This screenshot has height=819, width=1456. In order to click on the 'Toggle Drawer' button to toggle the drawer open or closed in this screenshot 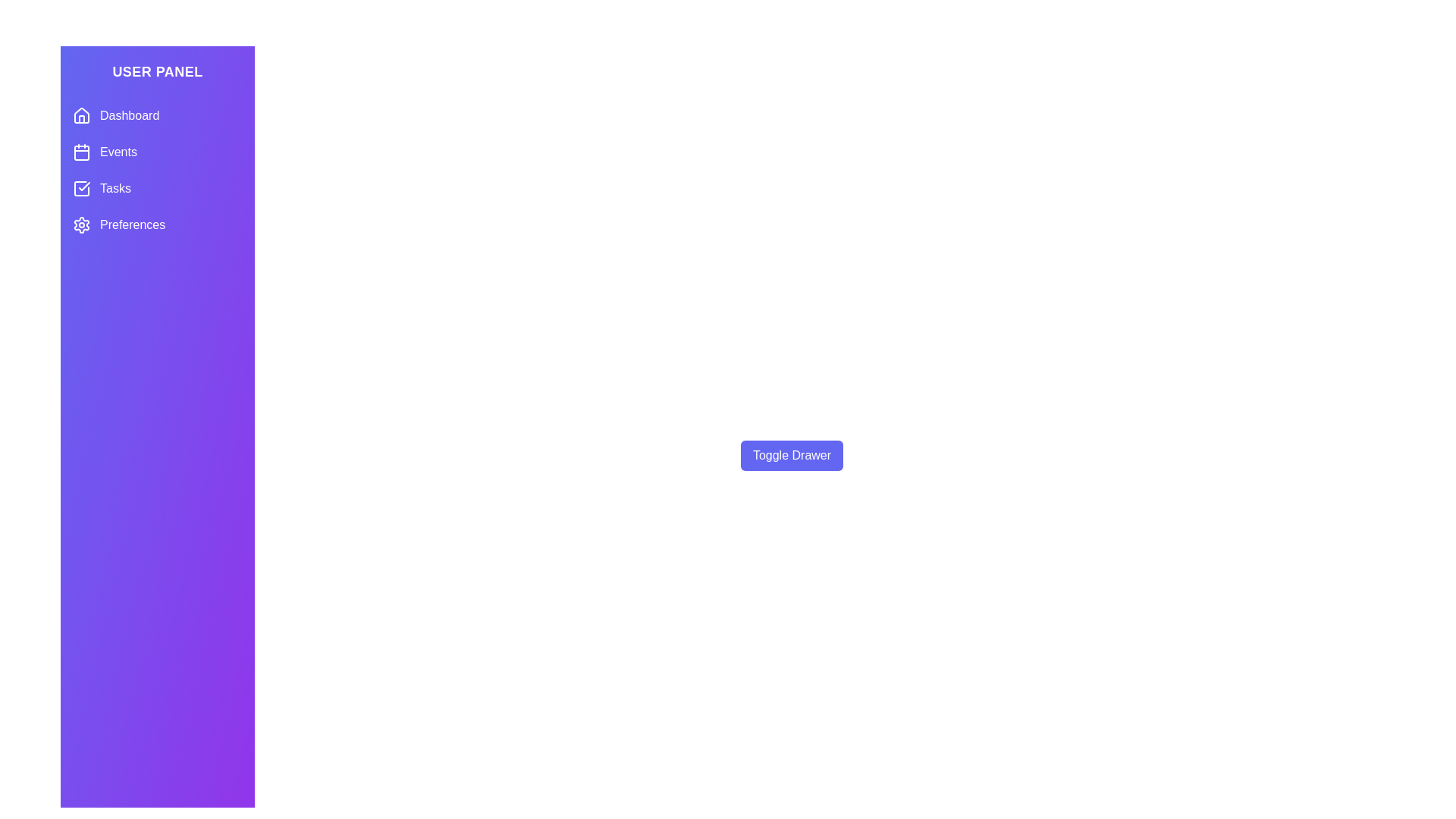, I will do `click(791, 455)`.